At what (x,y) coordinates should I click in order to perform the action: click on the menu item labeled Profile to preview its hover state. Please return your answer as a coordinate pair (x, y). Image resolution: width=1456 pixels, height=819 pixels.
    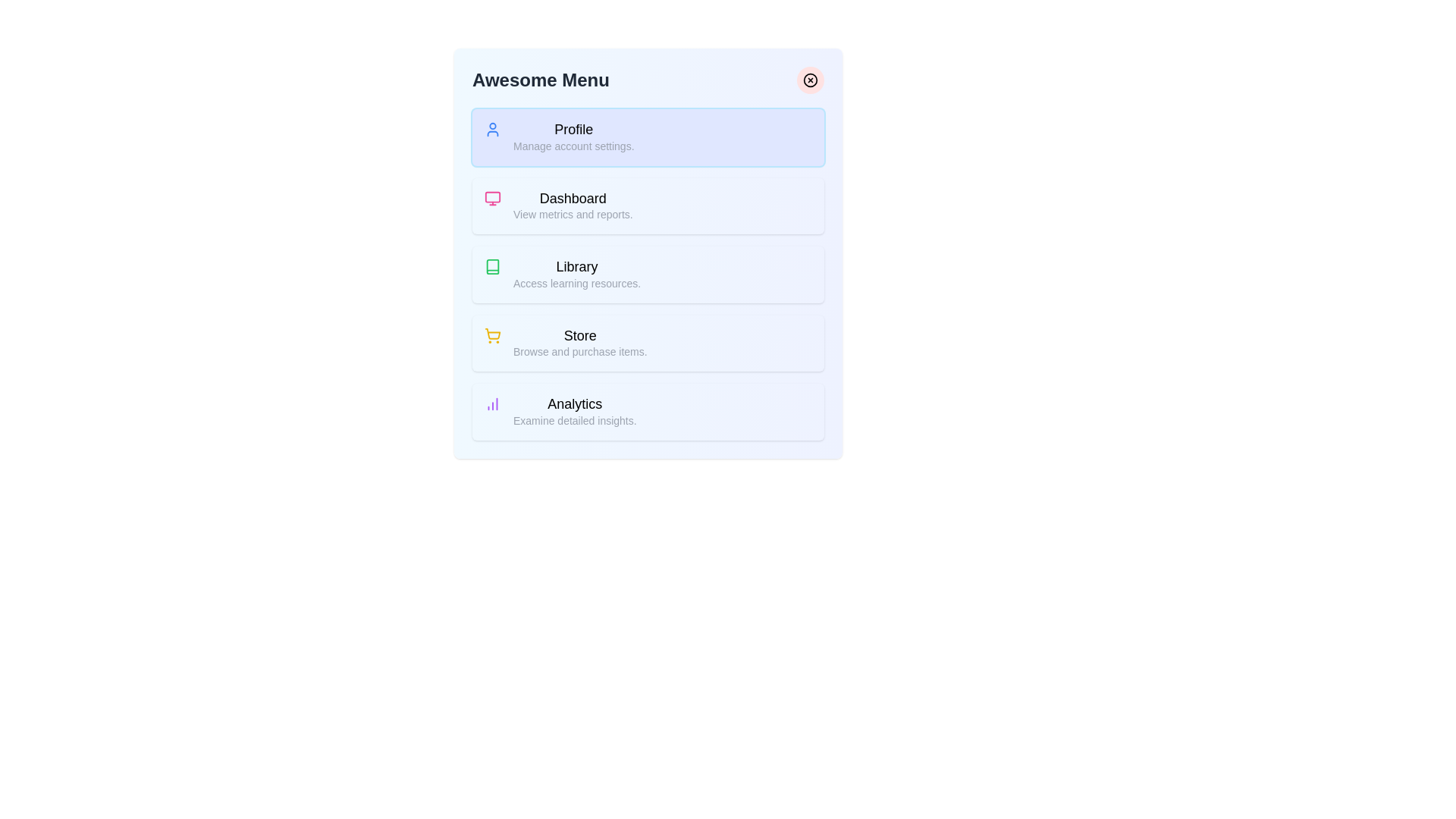
    Looking at the image, I should click on (648, 137).